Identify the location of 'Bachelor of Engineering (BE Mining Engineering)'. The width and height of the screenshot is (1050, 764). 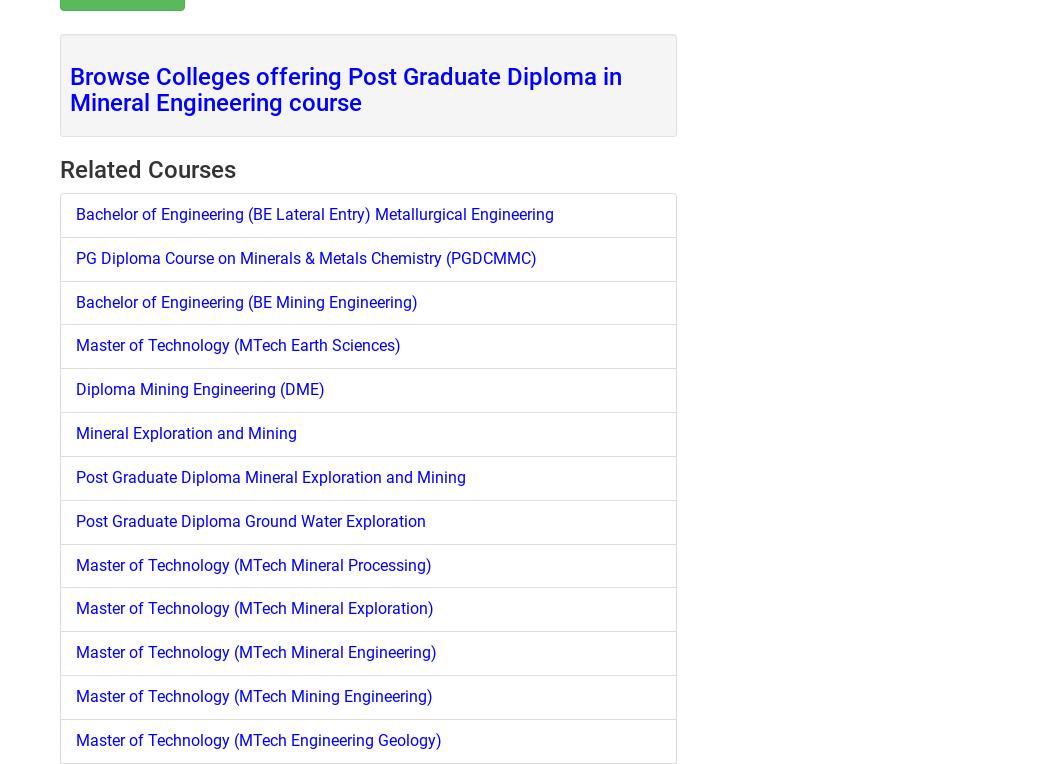
(246, 300).